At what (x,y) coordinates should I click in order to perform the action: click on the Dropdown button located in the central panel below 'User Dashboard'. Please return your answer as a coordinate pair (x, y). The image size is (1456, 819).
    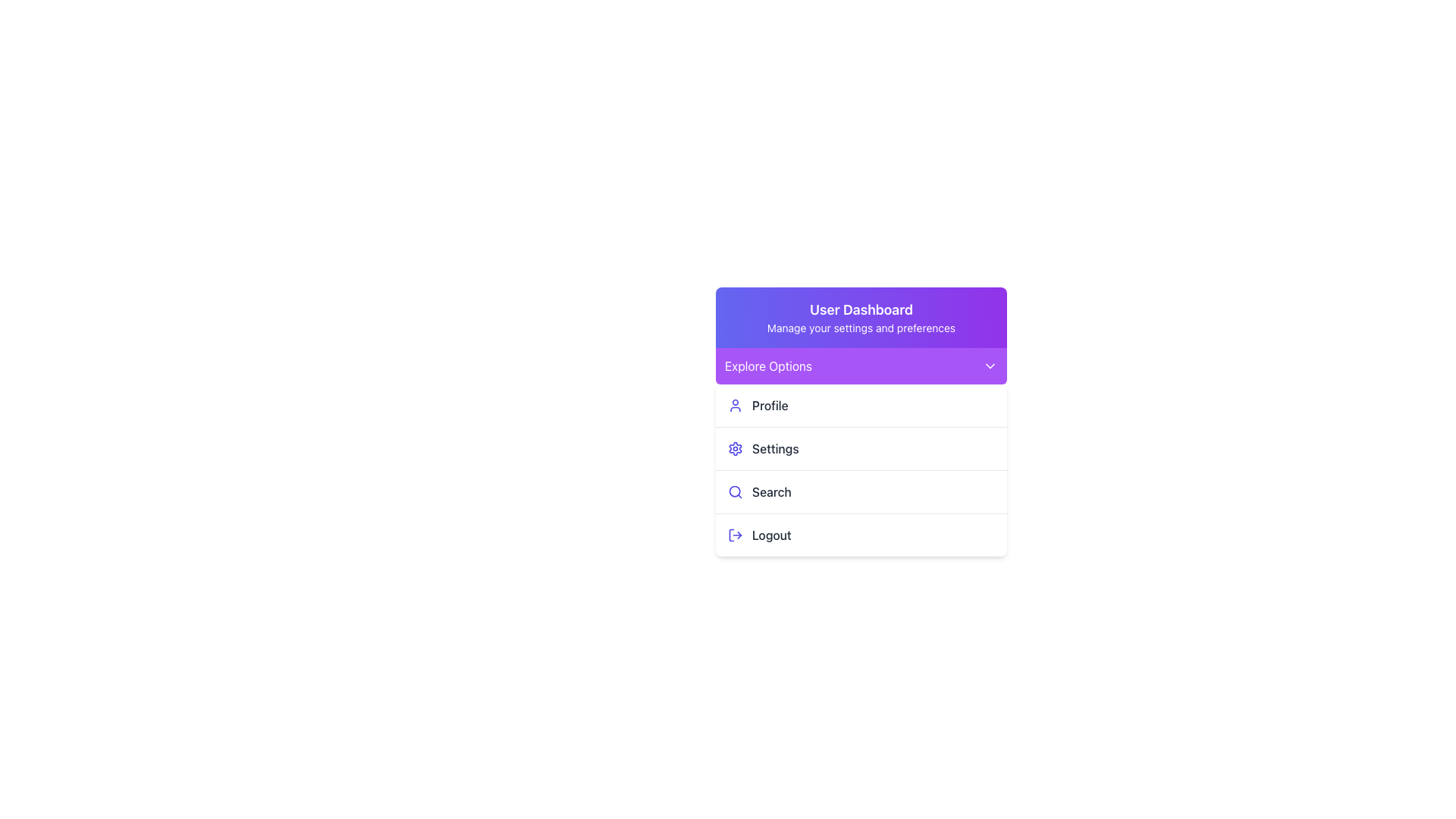
    Looking at the image, I should click on (861, 366).